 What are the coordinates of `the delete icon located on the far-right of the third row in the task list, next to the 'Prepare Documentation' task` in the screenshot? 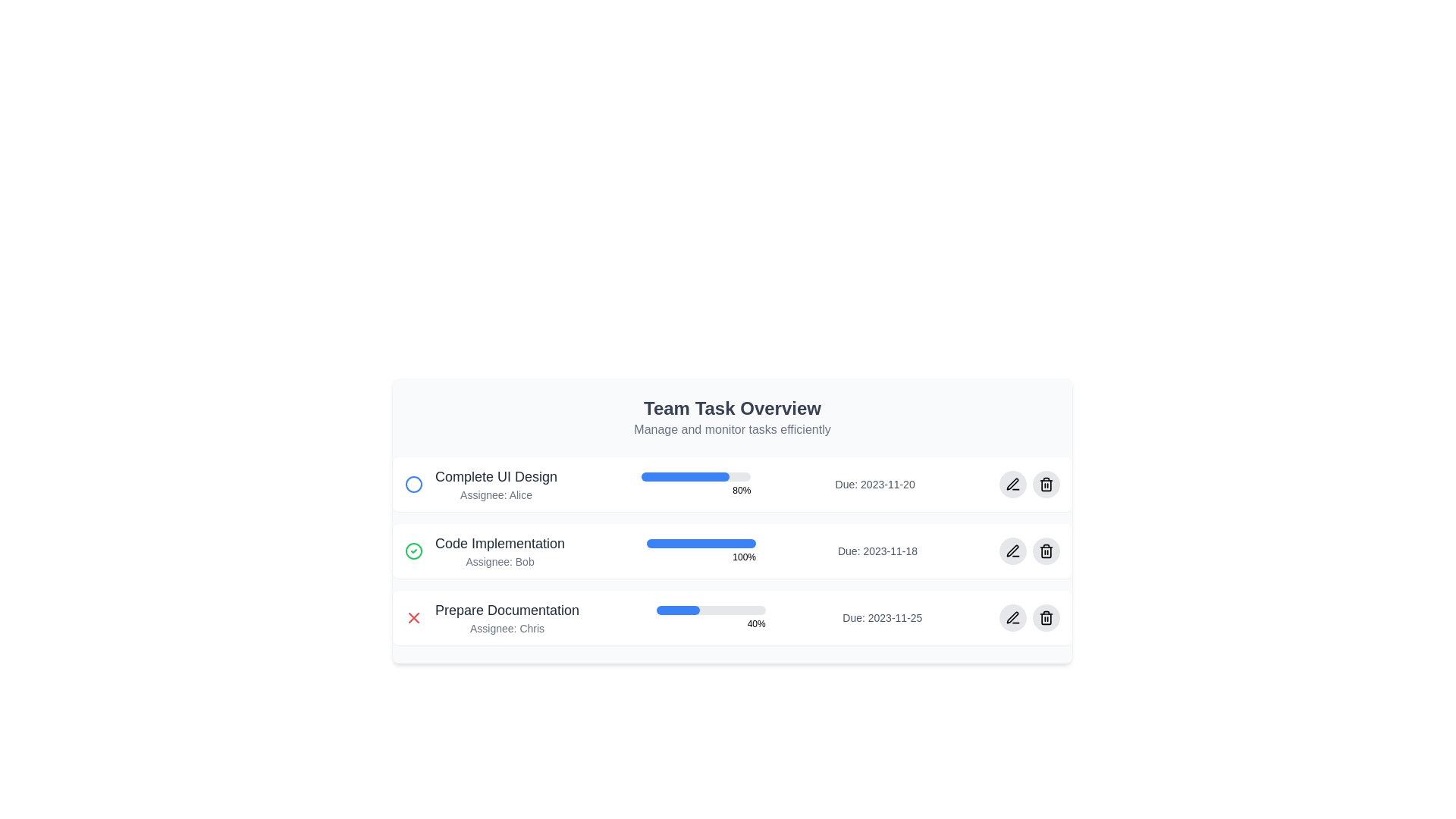 It's located at (1045, 617).